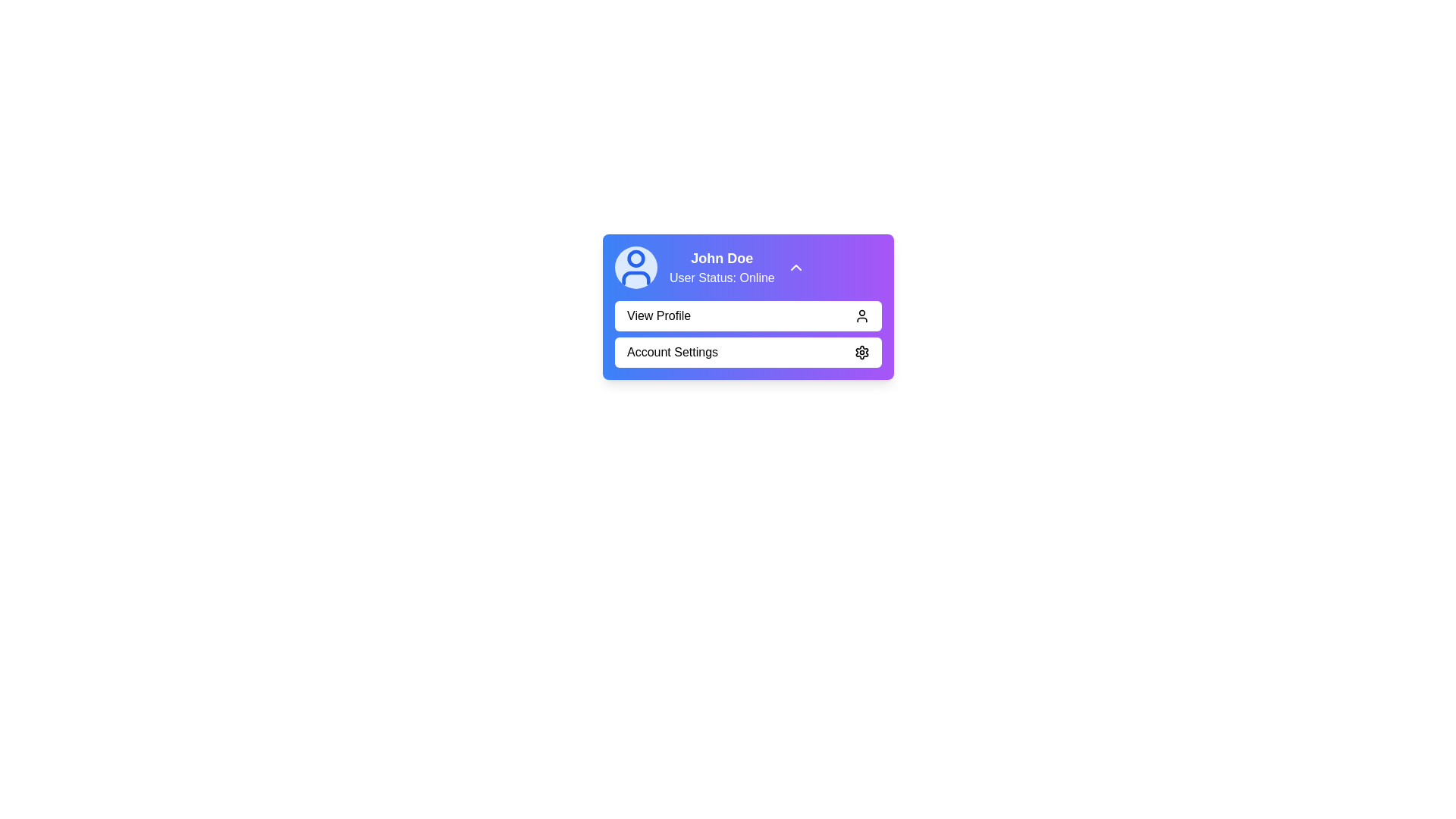 The width and height of the screenshot is (1456, 819). I want to click on the navigation button located at the top of the dropdown list, so click(748, 315).